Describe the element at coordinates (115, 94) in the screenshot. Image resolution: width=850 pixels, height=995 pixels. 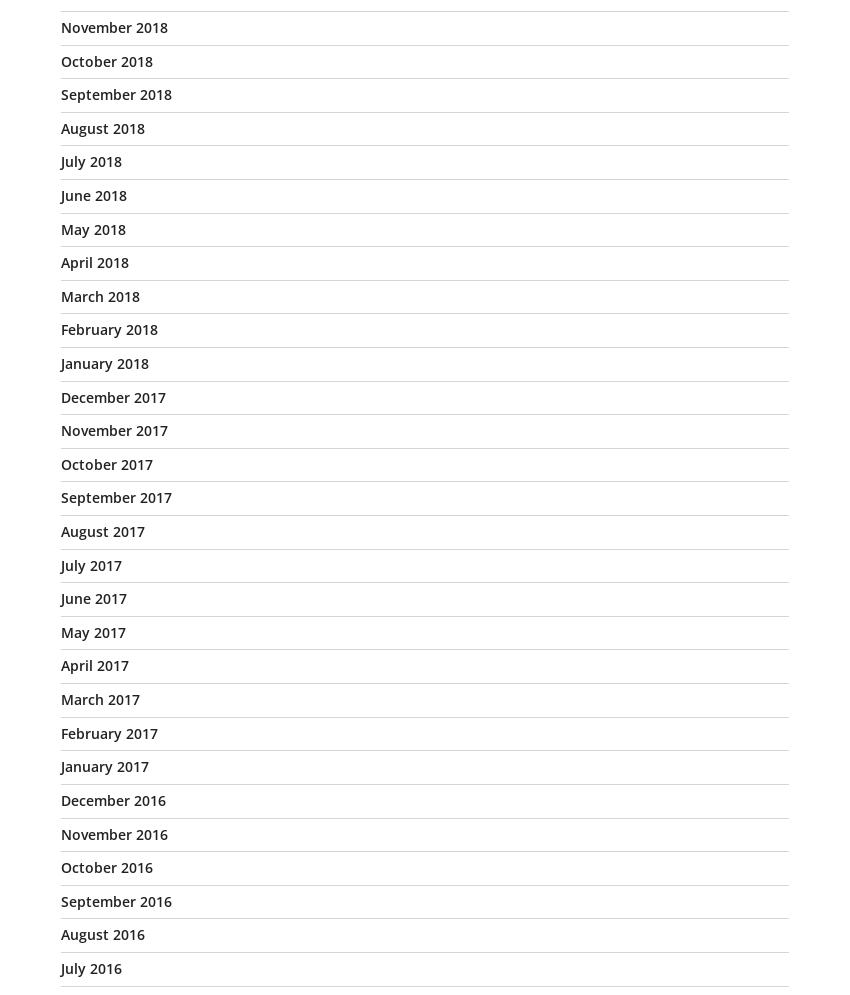
I see `'September 2018'` at that location.